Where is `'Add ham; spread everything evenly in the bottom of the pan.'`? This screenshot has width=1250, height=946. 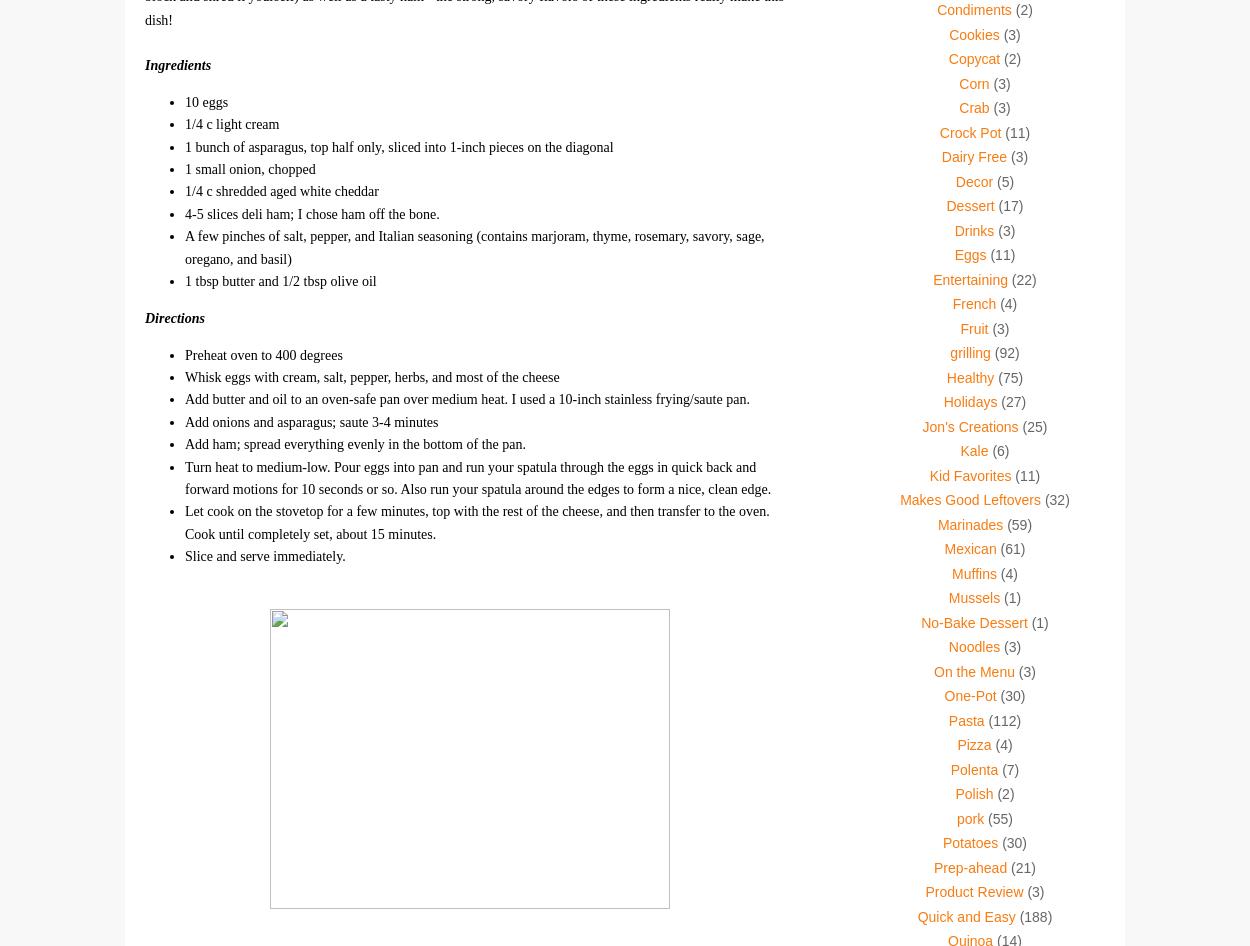 'Add ham; spread everything evenly in the bottom of the pan.' is located at coordinates (353, 443).